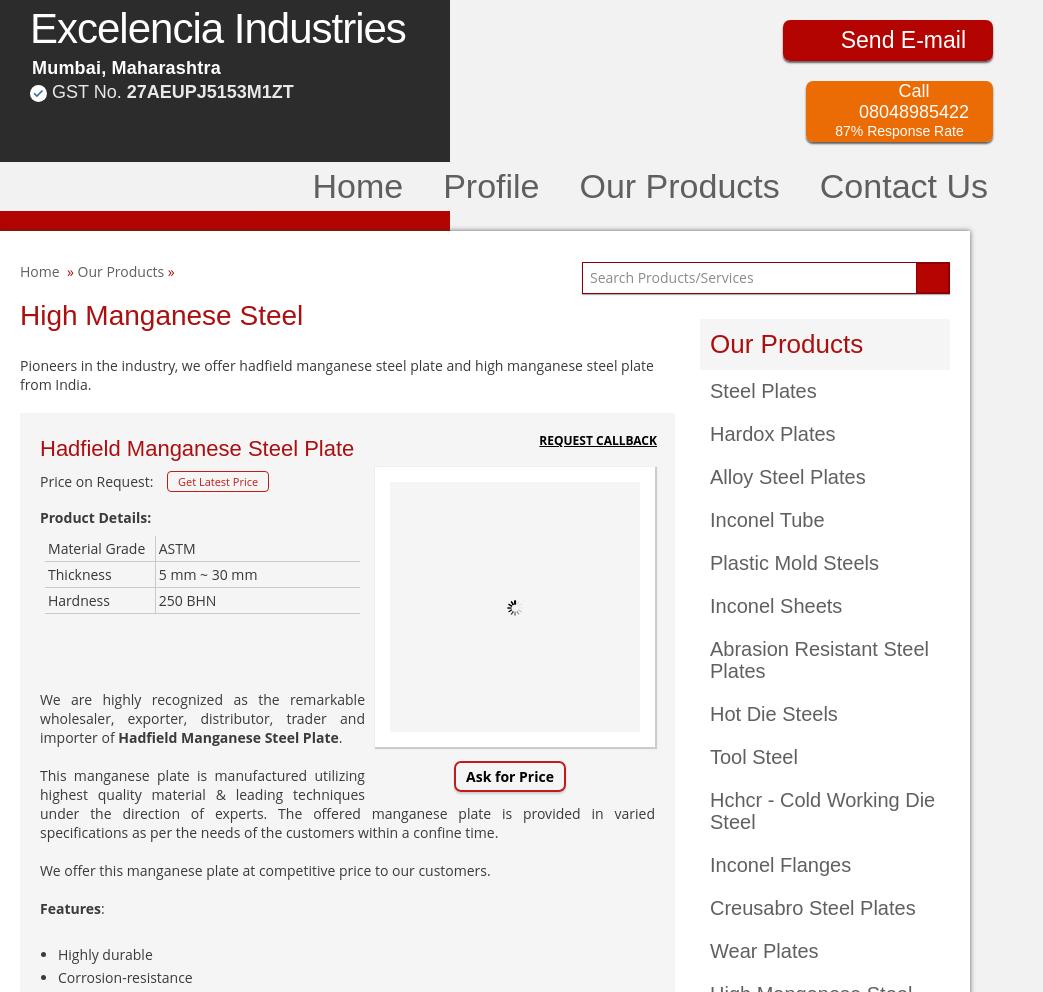 The height and width of the screenshot is (992, 1043). What do you see at coordinates (779, 864) in the screenshot?
I see `'Inconel Flanges'` at bounding box center [779, 864].